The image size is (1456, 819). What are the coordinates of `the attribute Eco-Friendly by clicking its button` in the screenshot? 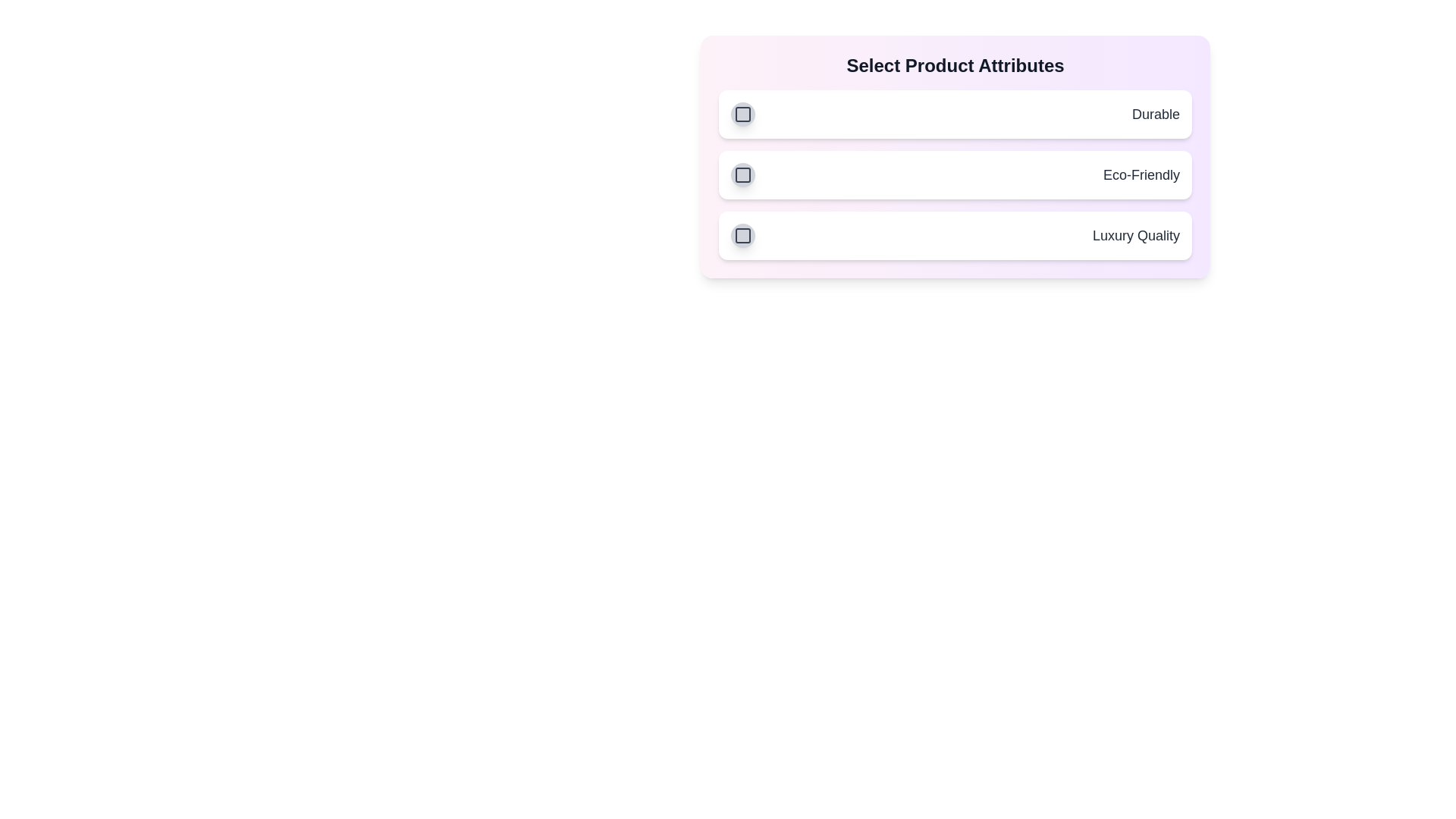 It's located at (742, 174).